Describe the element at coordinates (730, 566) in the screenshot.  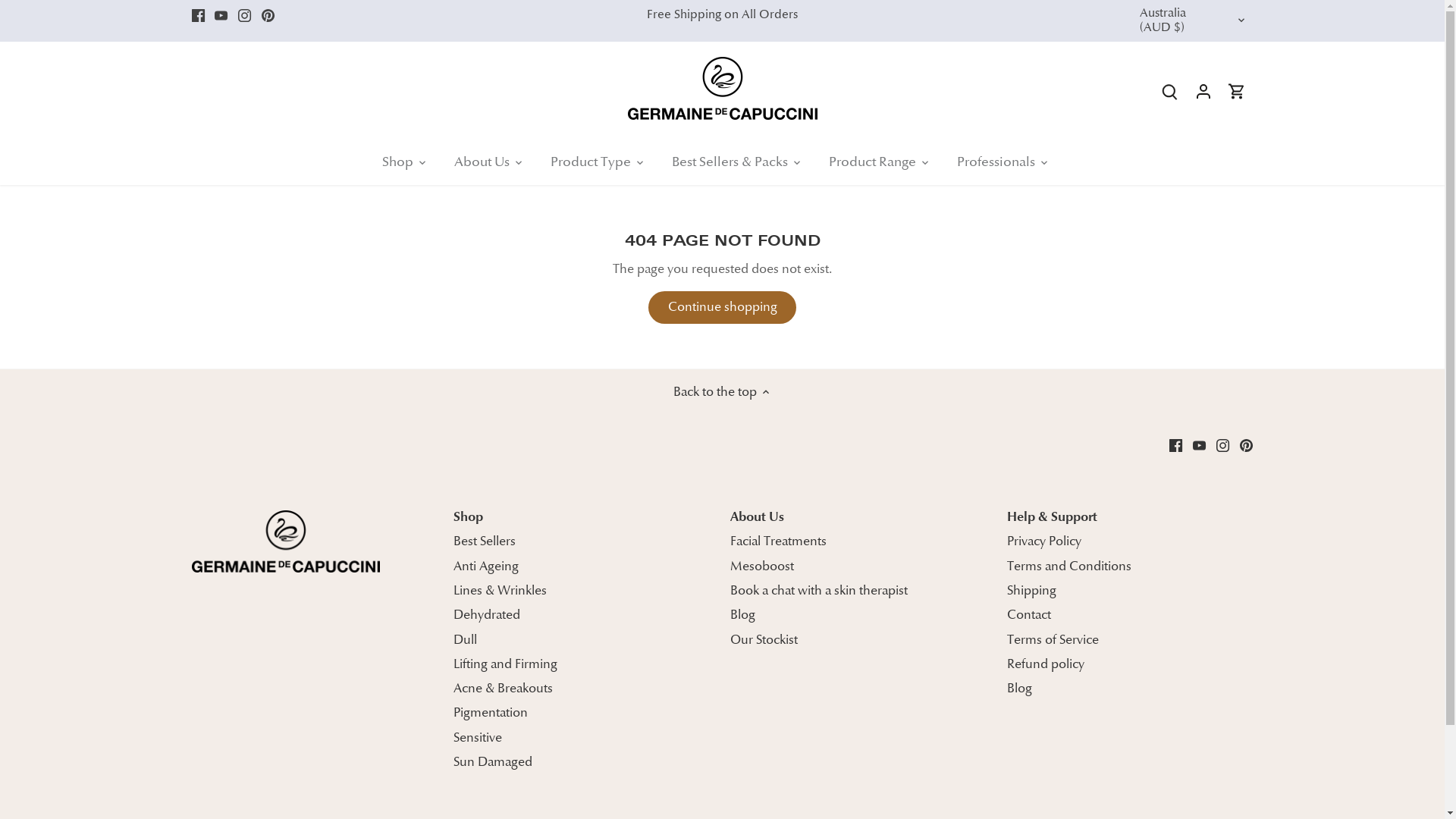
I see `'Mesoboost'` at that location.